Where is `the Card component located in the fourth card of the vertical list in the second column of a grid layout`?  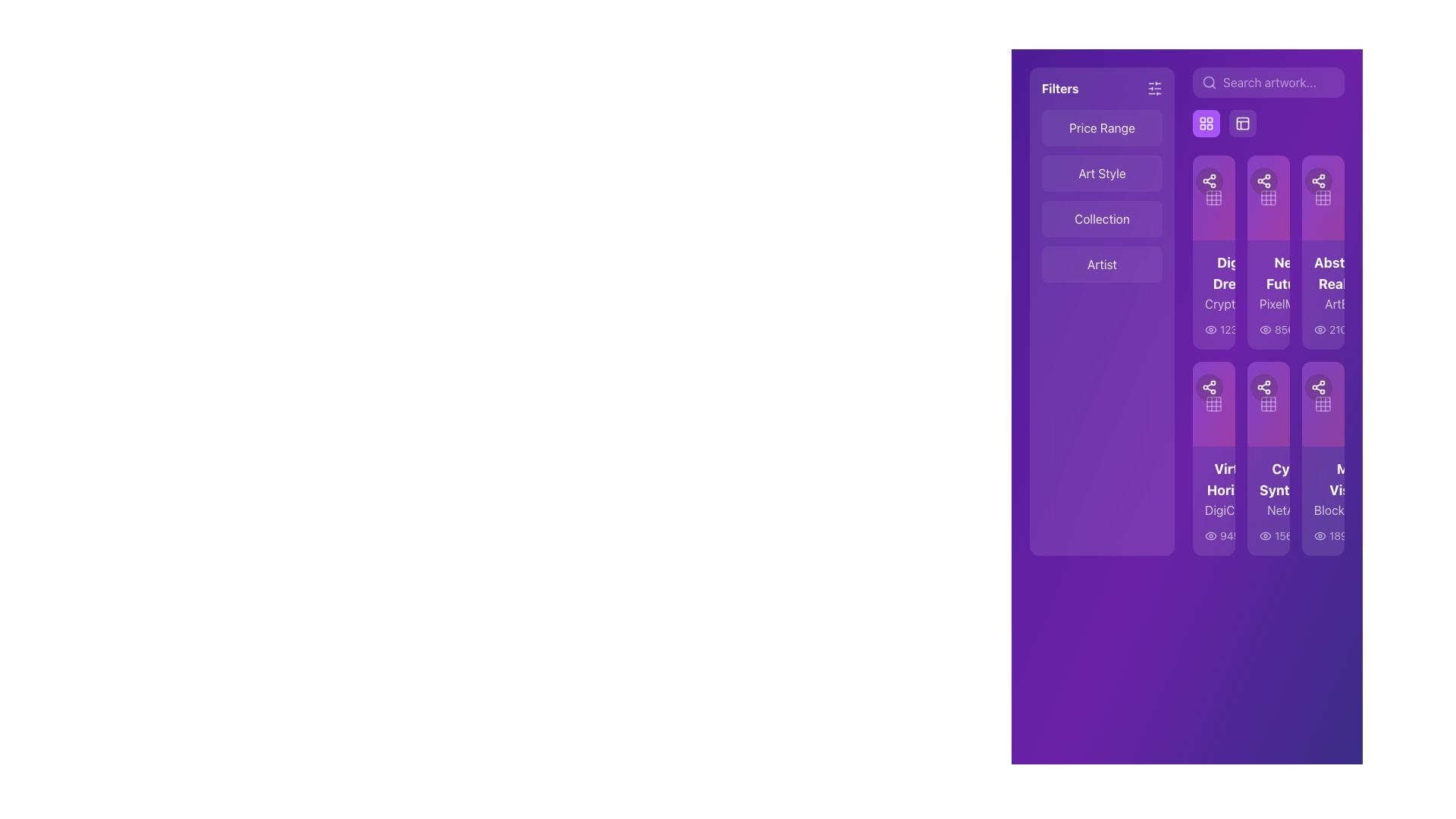
the Card component located in the fourth card of the vertical list in the second column of a grid layout is located at coordinates (1323, 500).